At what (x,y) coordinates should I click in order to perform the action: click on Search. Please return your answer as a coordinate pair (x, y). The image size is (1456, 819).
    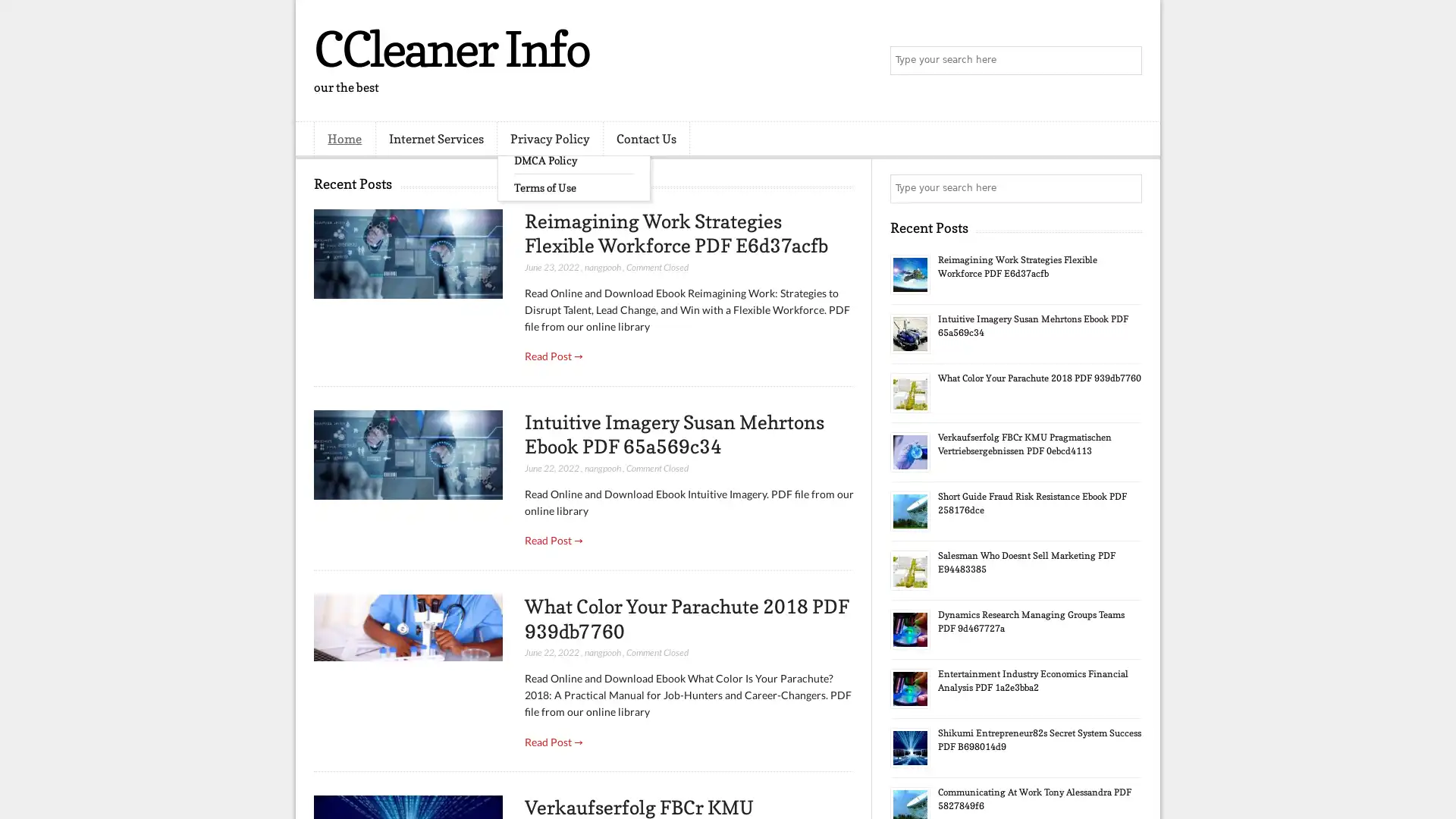
    Looking at the image, I should click on (1126, 61).